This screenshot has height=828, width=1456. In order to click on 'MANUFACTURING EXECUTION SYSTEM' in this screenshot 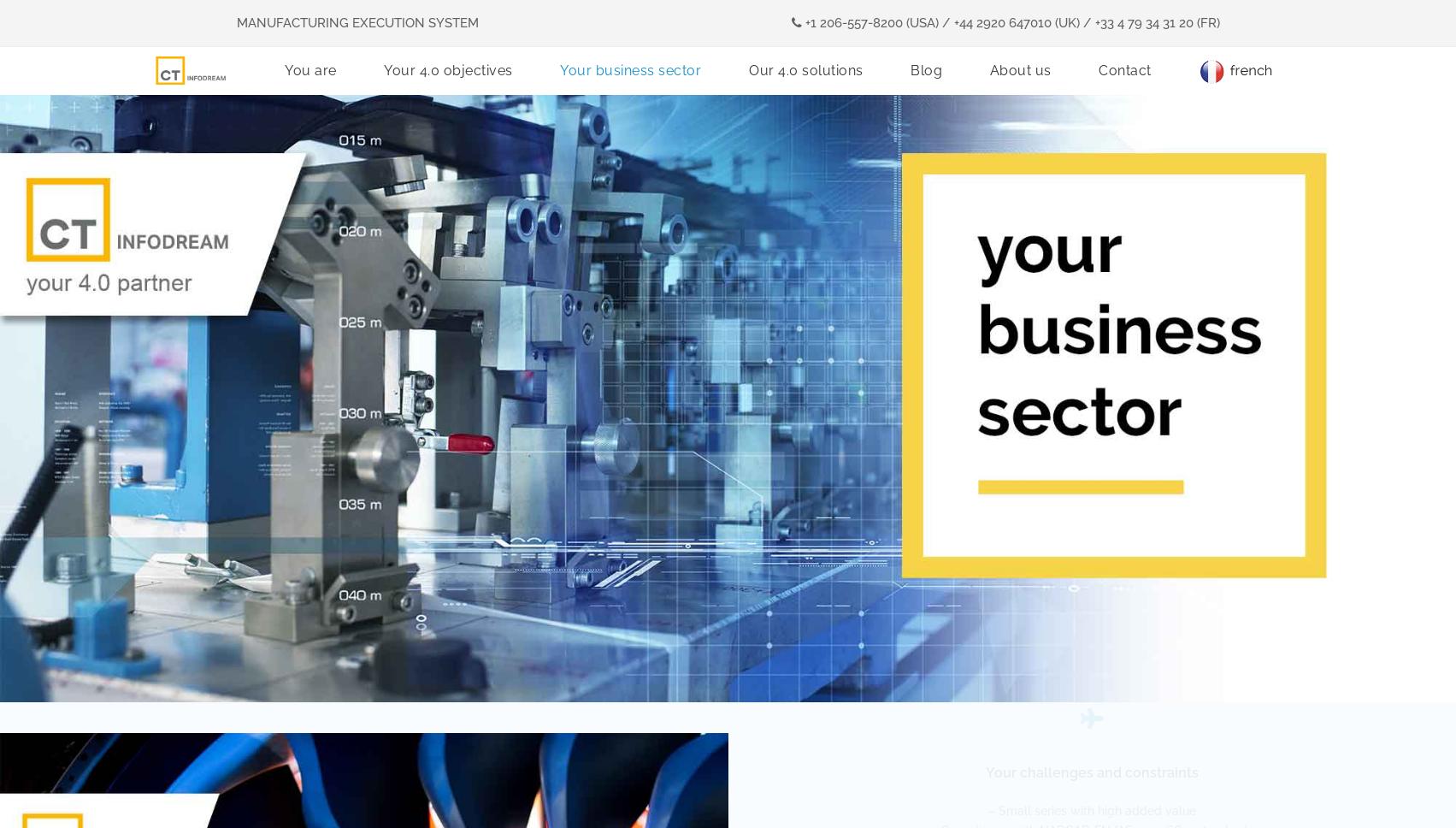, I will do `click(357, 22)`.